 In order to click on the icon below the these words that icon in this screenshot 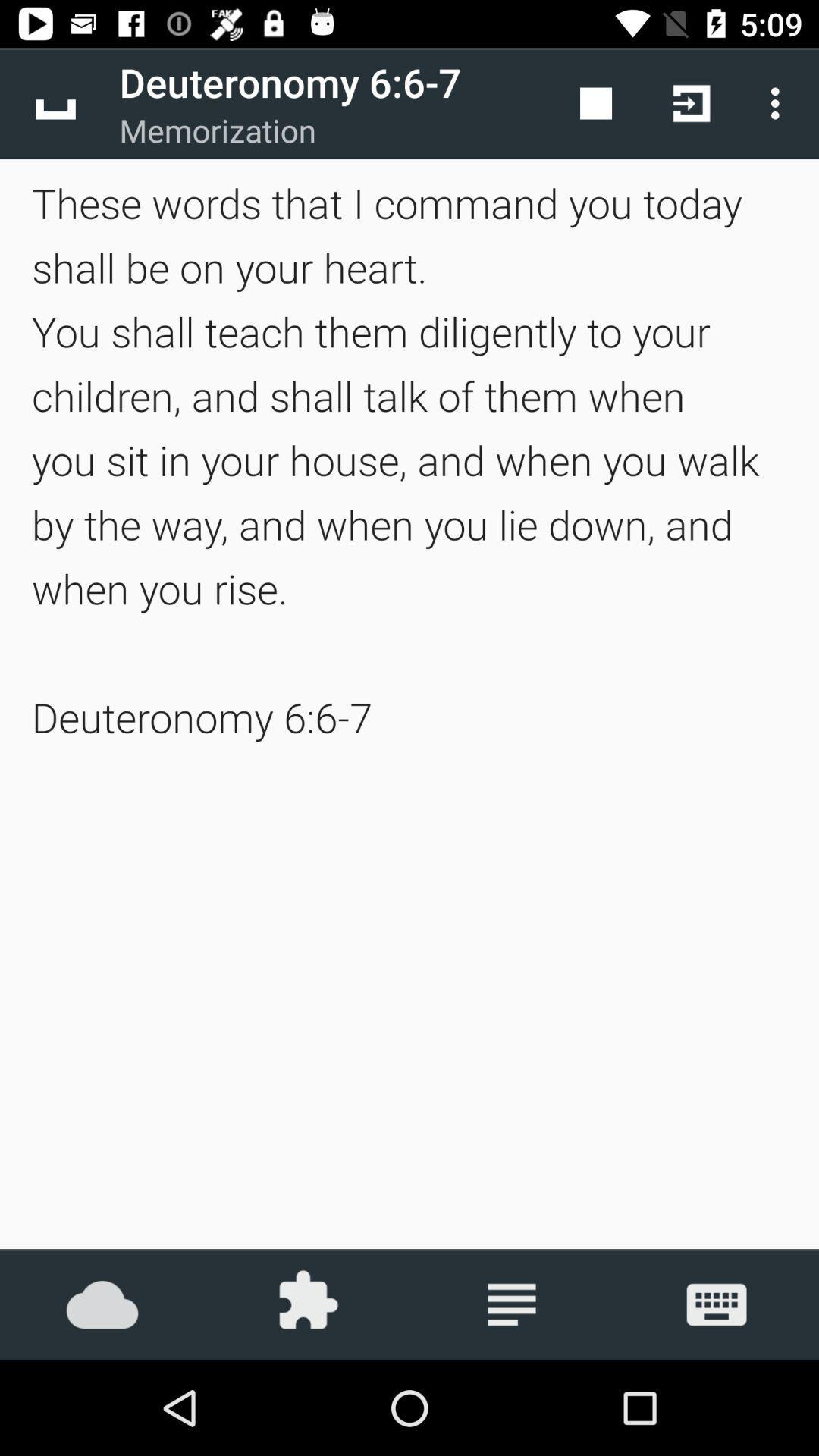, I will do `click(102, 1304)`.